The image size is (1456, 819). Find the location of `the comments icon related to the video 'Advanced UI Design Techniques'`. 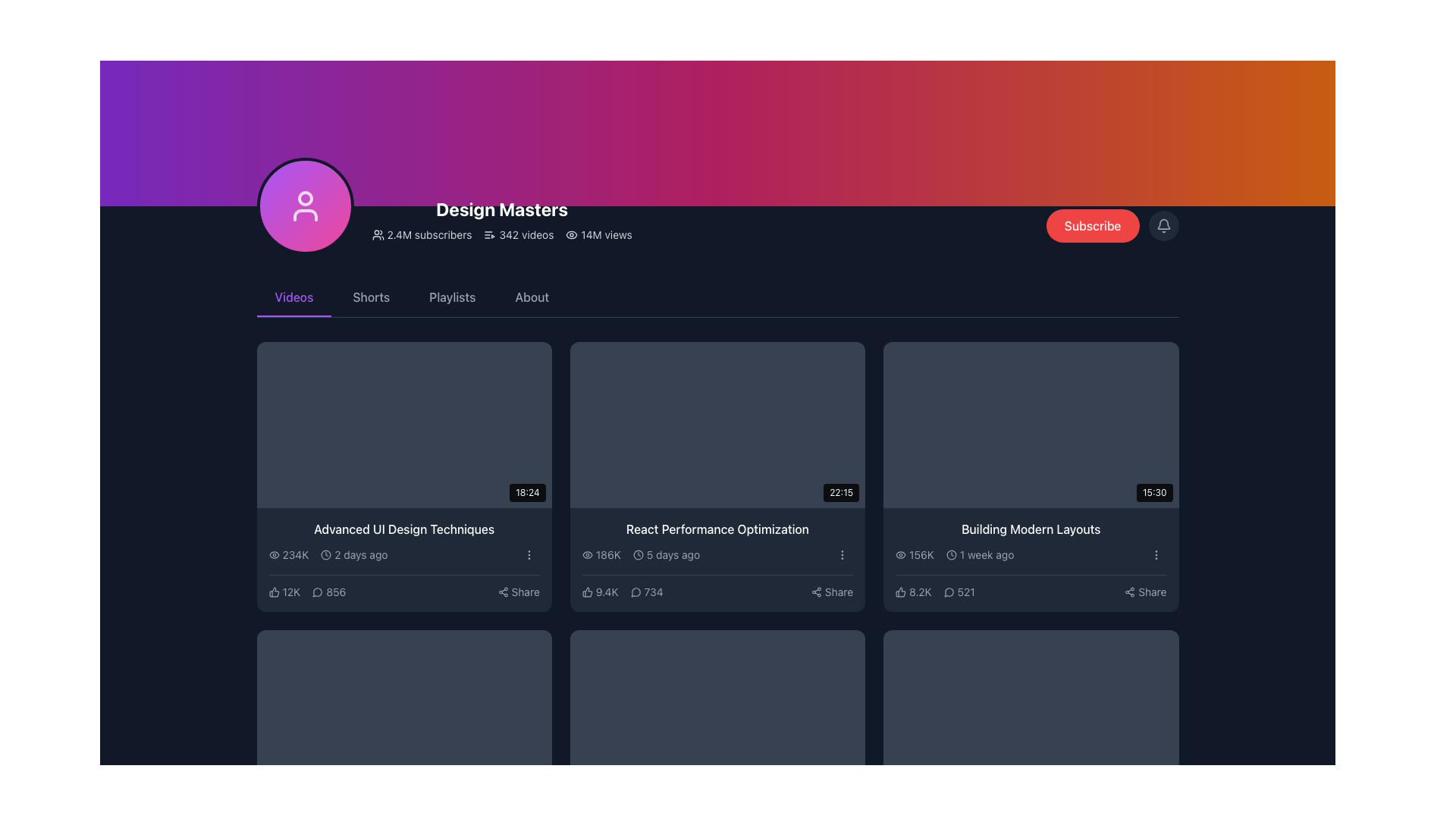

the comments icon related to the video 'Advanced UI Design Techniques' is located at coordinates (316, 591).